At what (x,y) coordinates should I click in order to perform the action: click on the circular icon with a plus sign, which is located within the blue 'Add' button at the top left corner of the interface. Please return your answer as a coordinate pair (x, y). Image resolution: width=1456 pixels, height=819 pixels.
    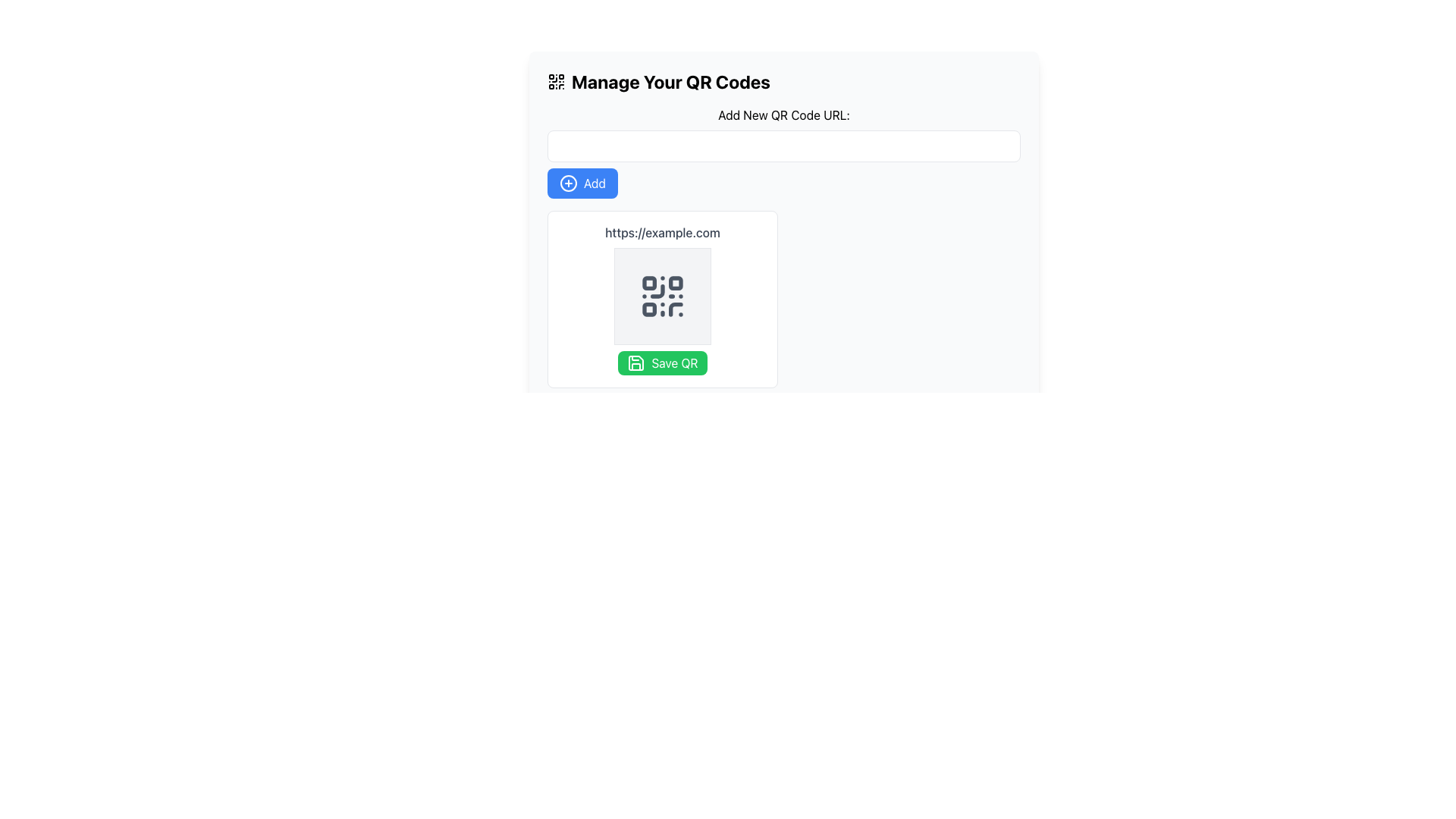
    Looking at the image, I should click on (567, 183).